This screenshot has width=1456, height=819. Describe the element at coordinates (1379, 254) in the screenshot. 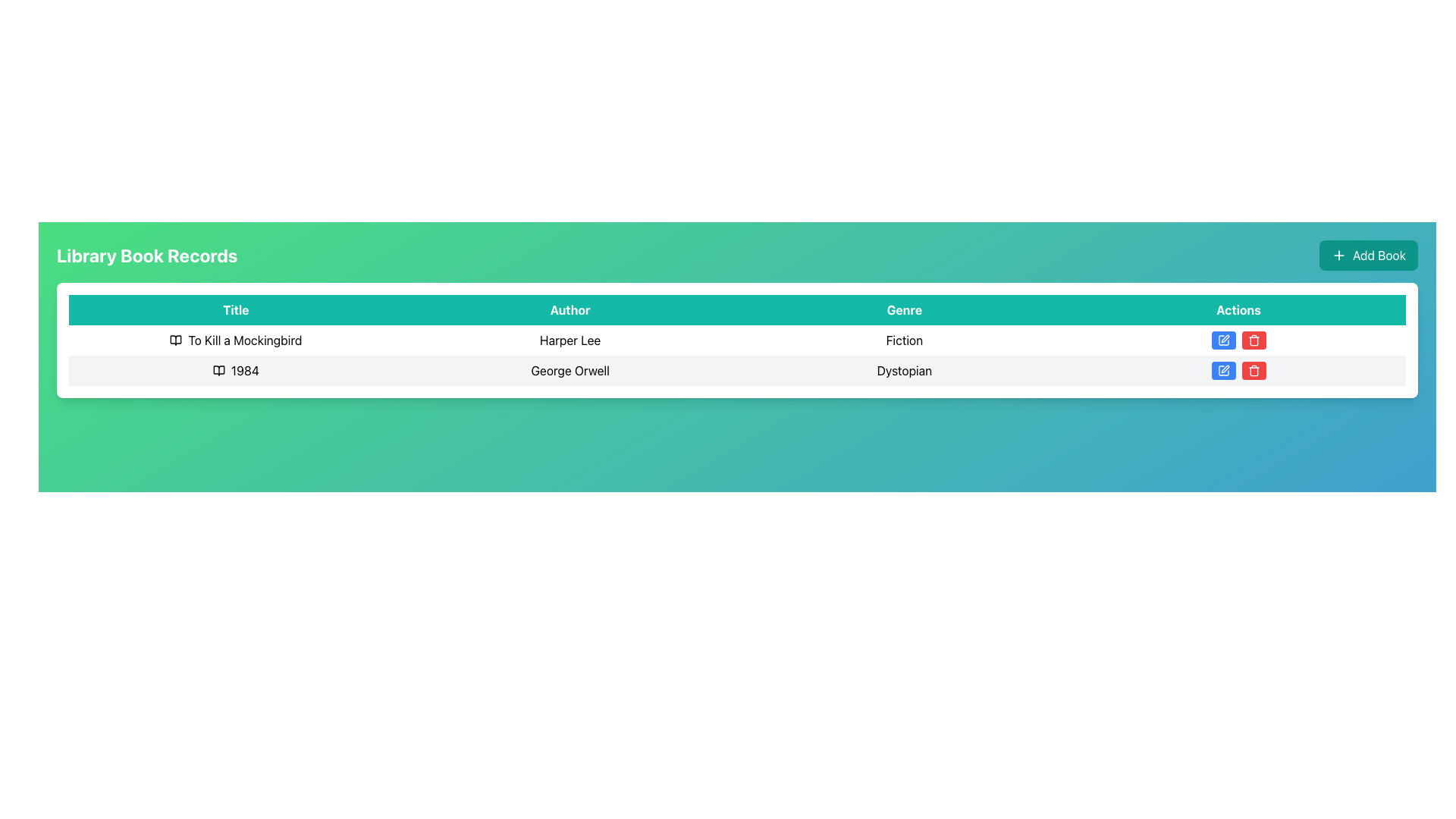

I see `the 'Add Book' text label located on the teal button with rounded corners in the top-right corner of the interface` at that location.